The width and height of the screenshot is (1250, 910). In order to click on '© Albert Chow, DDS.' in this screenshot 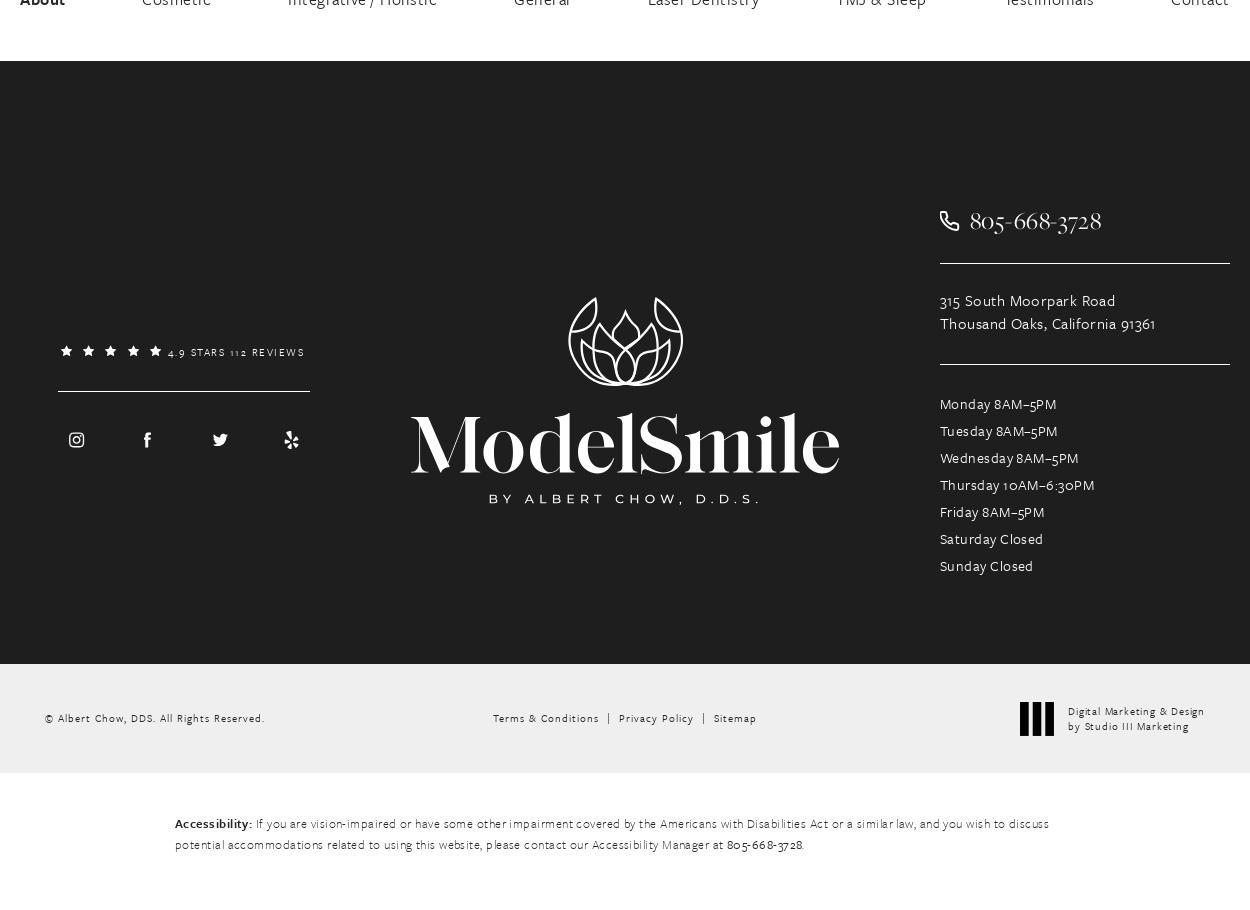, I will do `click(45, 715)`.